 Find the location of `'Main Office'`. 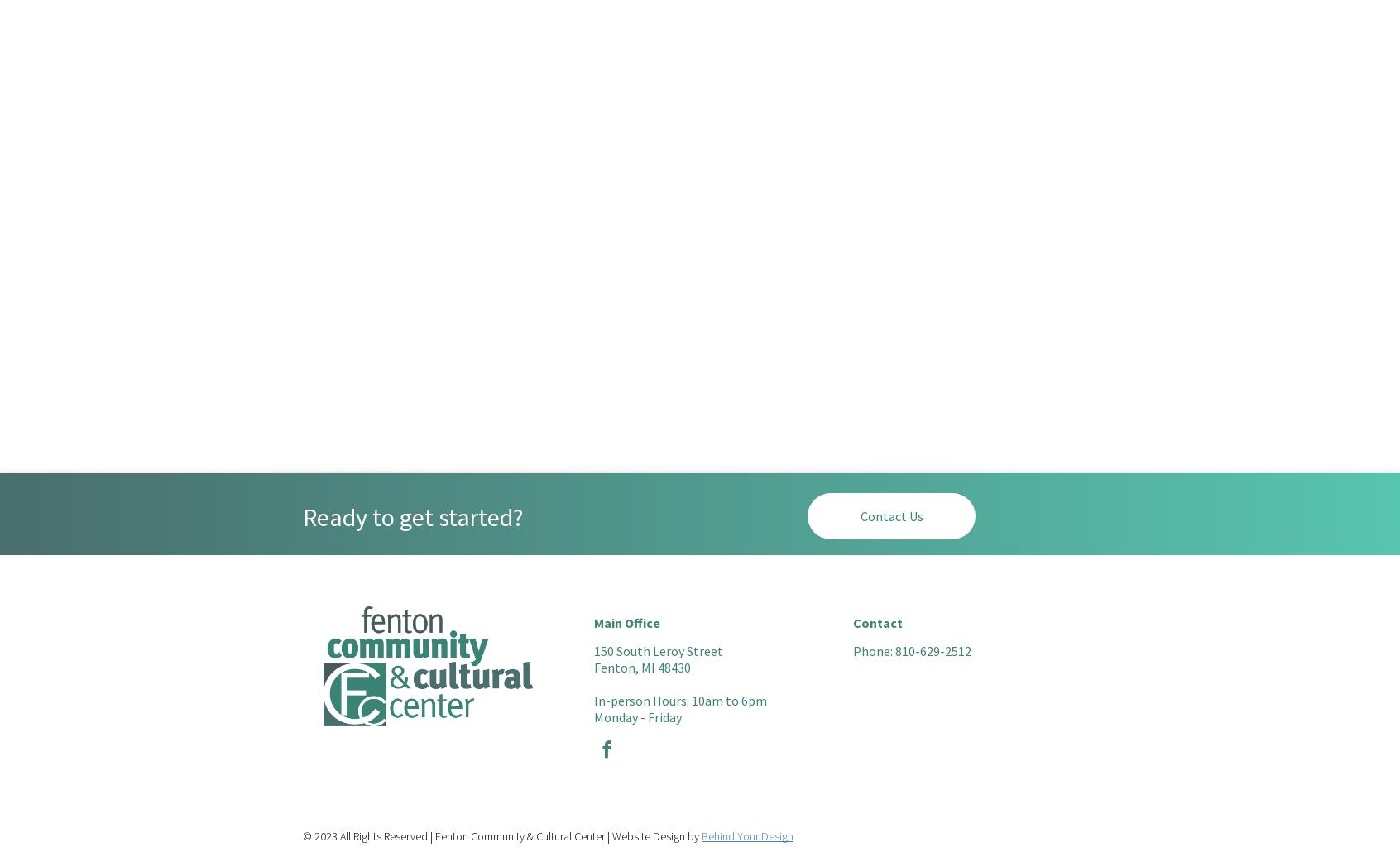

'Main Office' is located at coordinates (626, 622).